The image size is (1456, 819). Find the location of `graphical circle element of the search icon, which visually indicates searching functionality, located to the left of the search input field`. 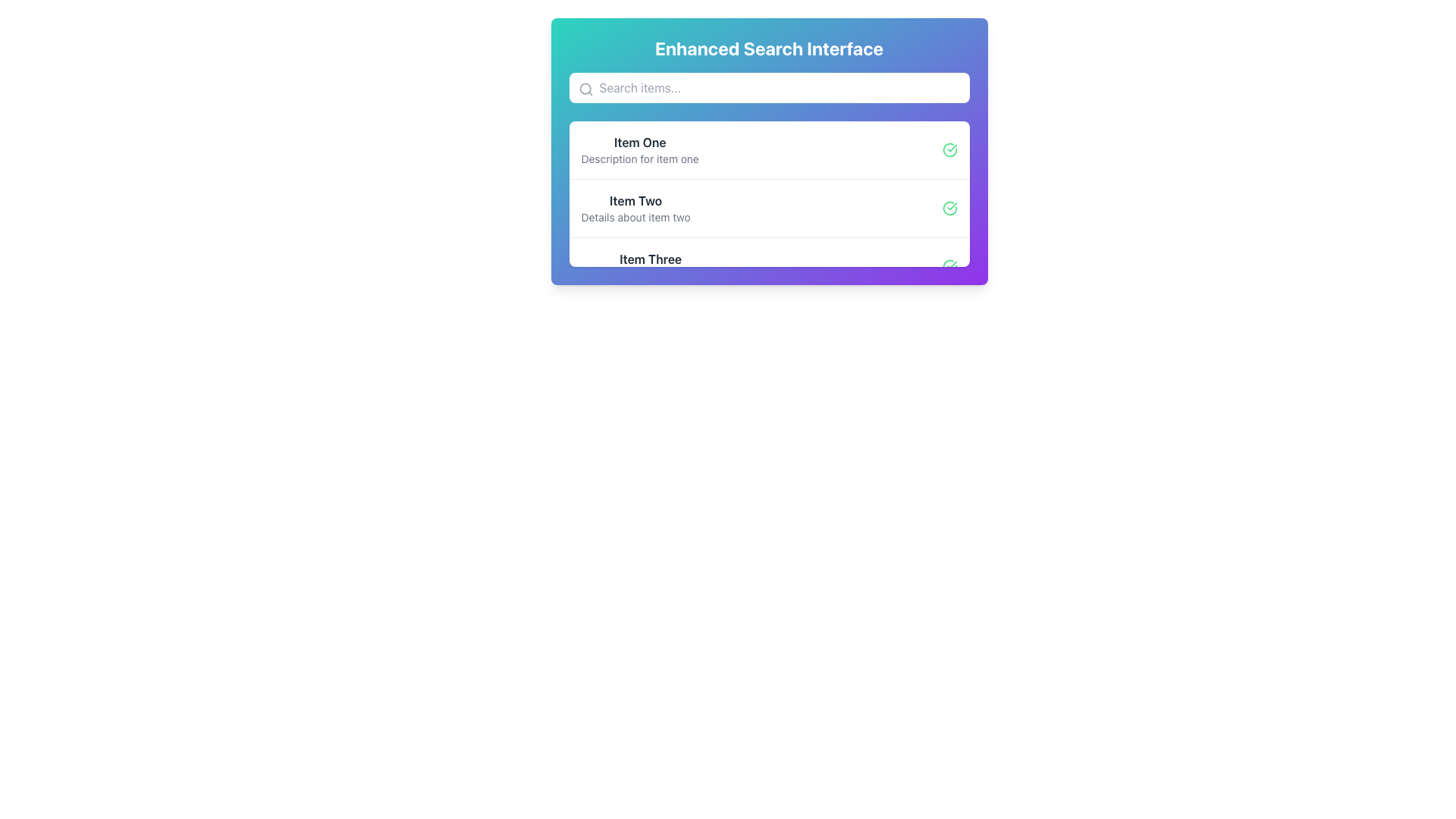

graphical circle element of the search icon, which visually indicates searching functionality, located to the left of the search input field is located at coordinates (584, 89).